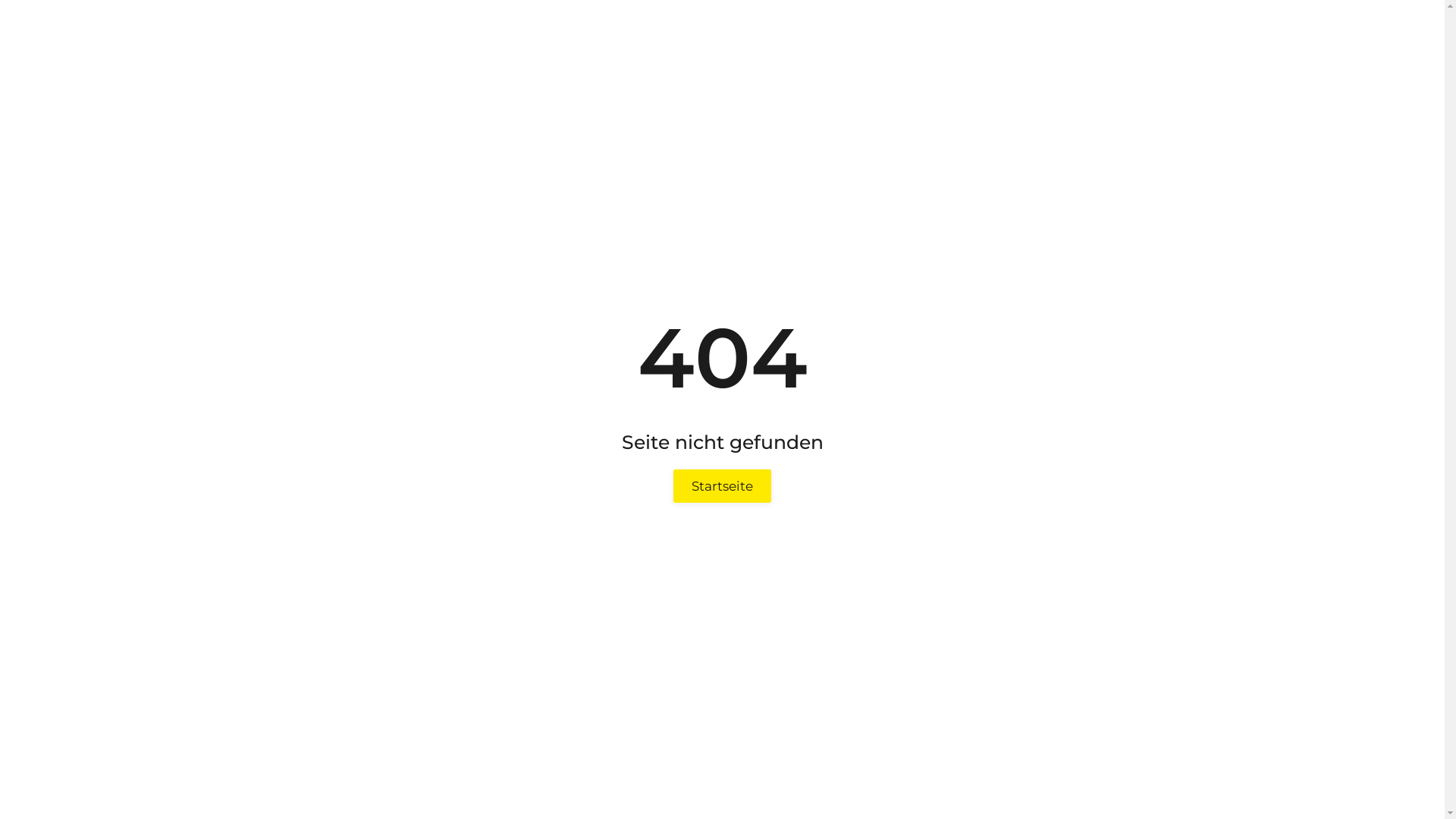 The height and width of the screenshot is (819, 1456). I want to click on 'Startseite', so click(721, 485).